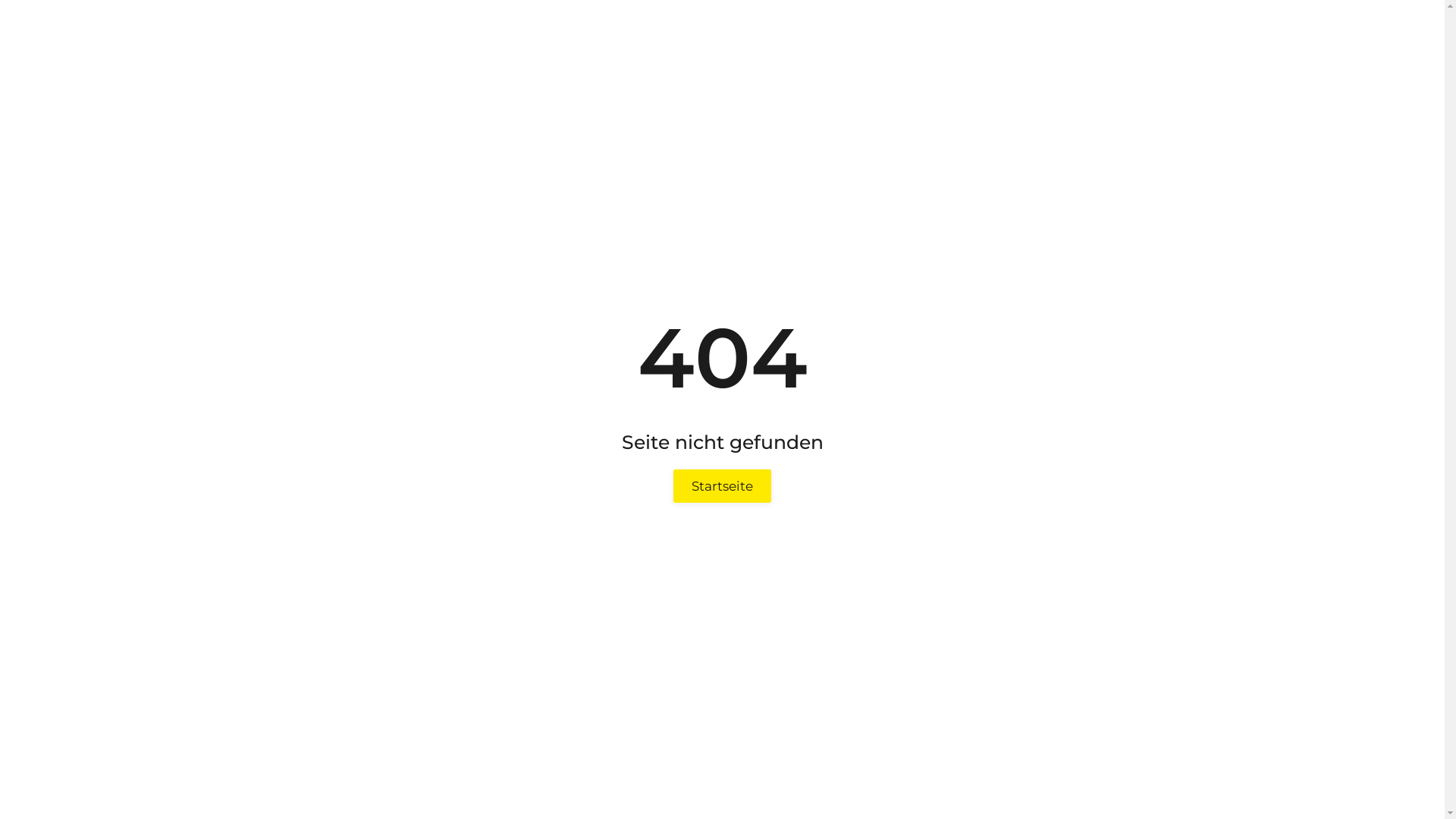 The height and width of the screenshot is (819, 1456). I want to click on 'Startseite', so click(721, 485).